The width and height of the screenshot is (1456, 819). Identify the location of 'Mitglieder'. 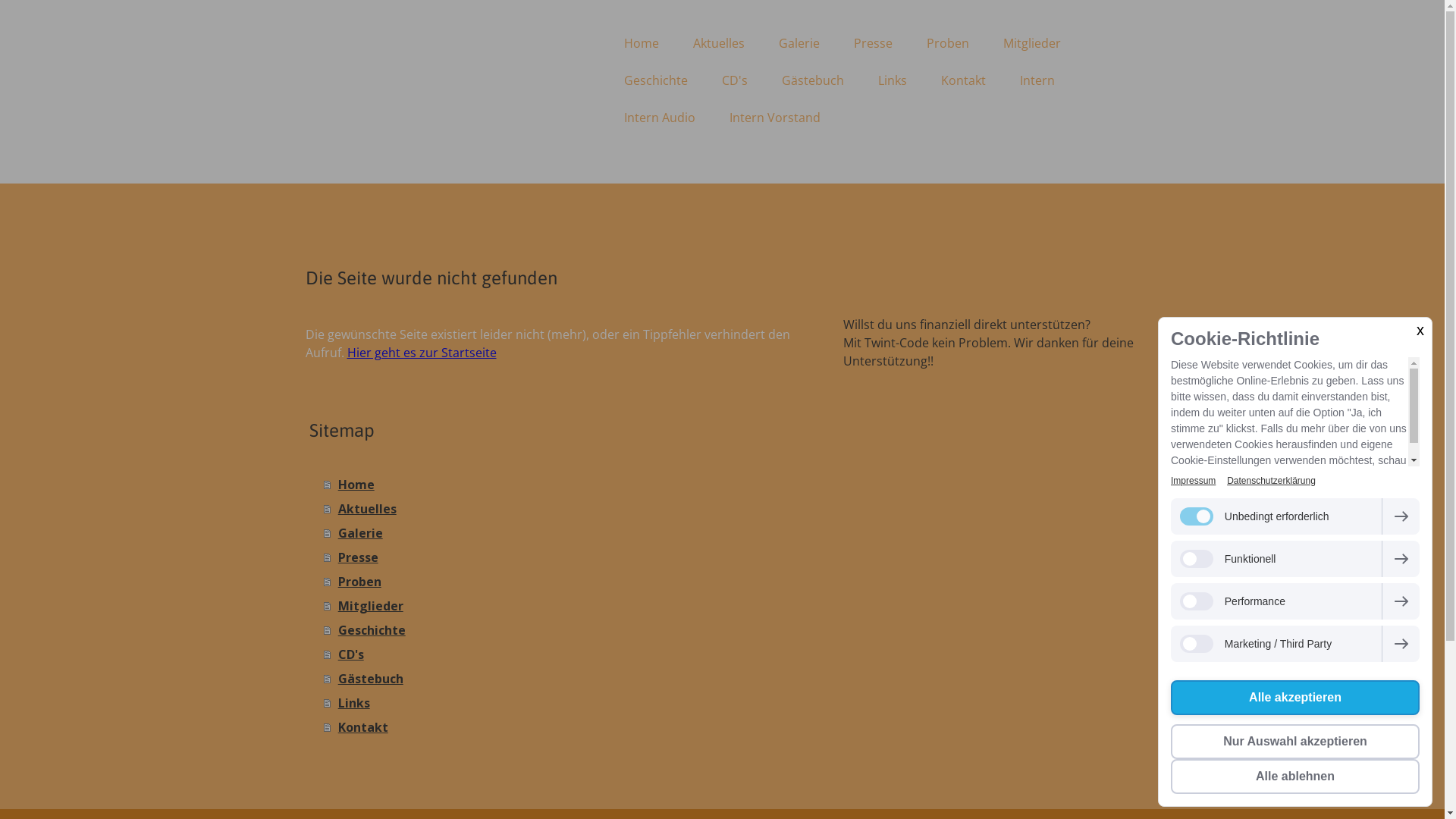
(567, 604).